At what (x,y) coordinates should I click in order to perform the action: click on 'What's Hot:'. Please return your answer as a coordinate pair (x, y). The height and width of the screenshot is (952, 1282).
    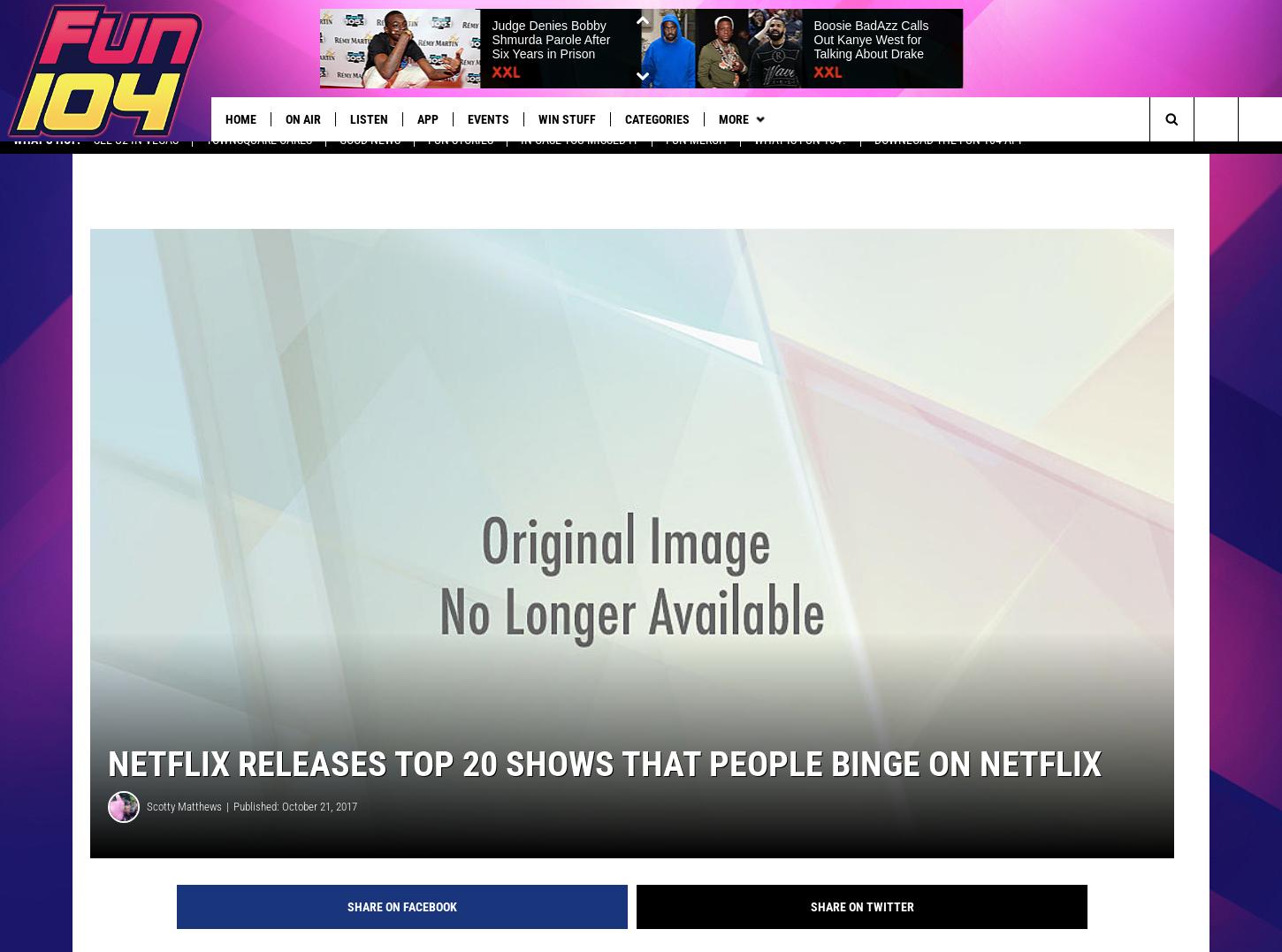
    Looking at the image, I should click on (47, 154).